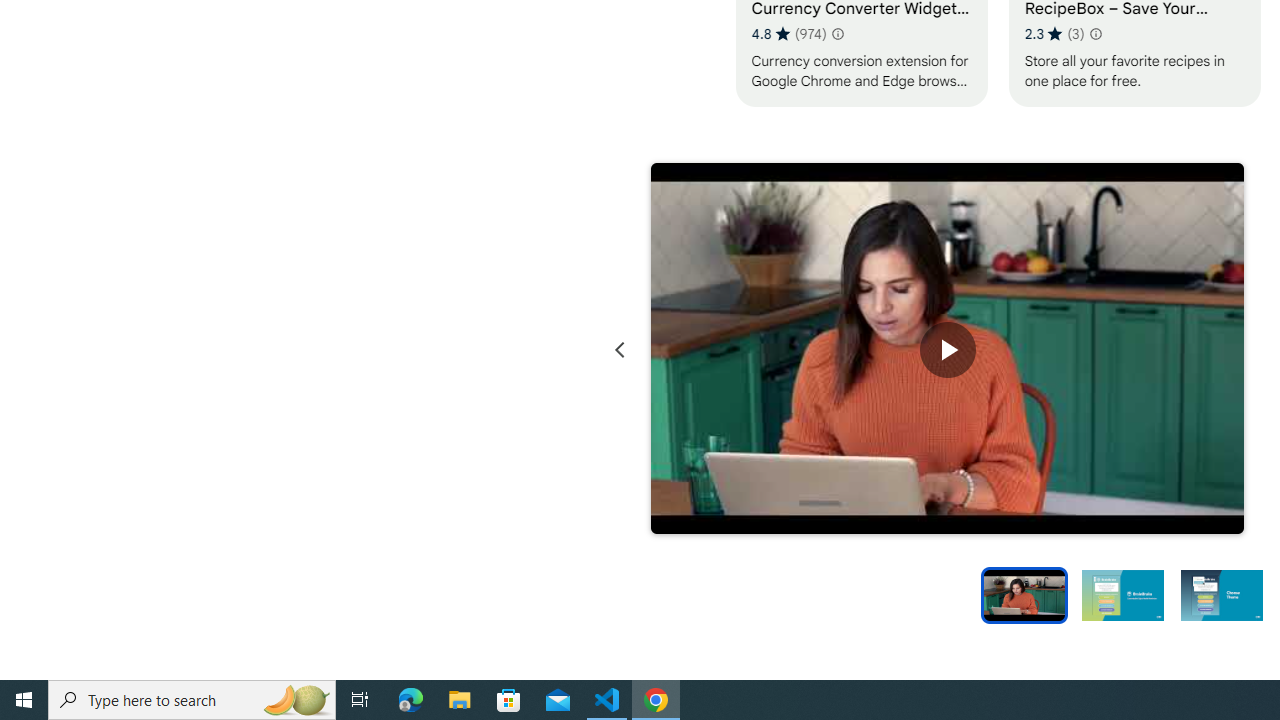 This screenshot has width=1280, height=720. What do you see at coordinates (788, 33) in the screenshot?
I see `'Average rating 4.8 out of 5 stars. 974 ratings.'` at bounding box center [788, 33].